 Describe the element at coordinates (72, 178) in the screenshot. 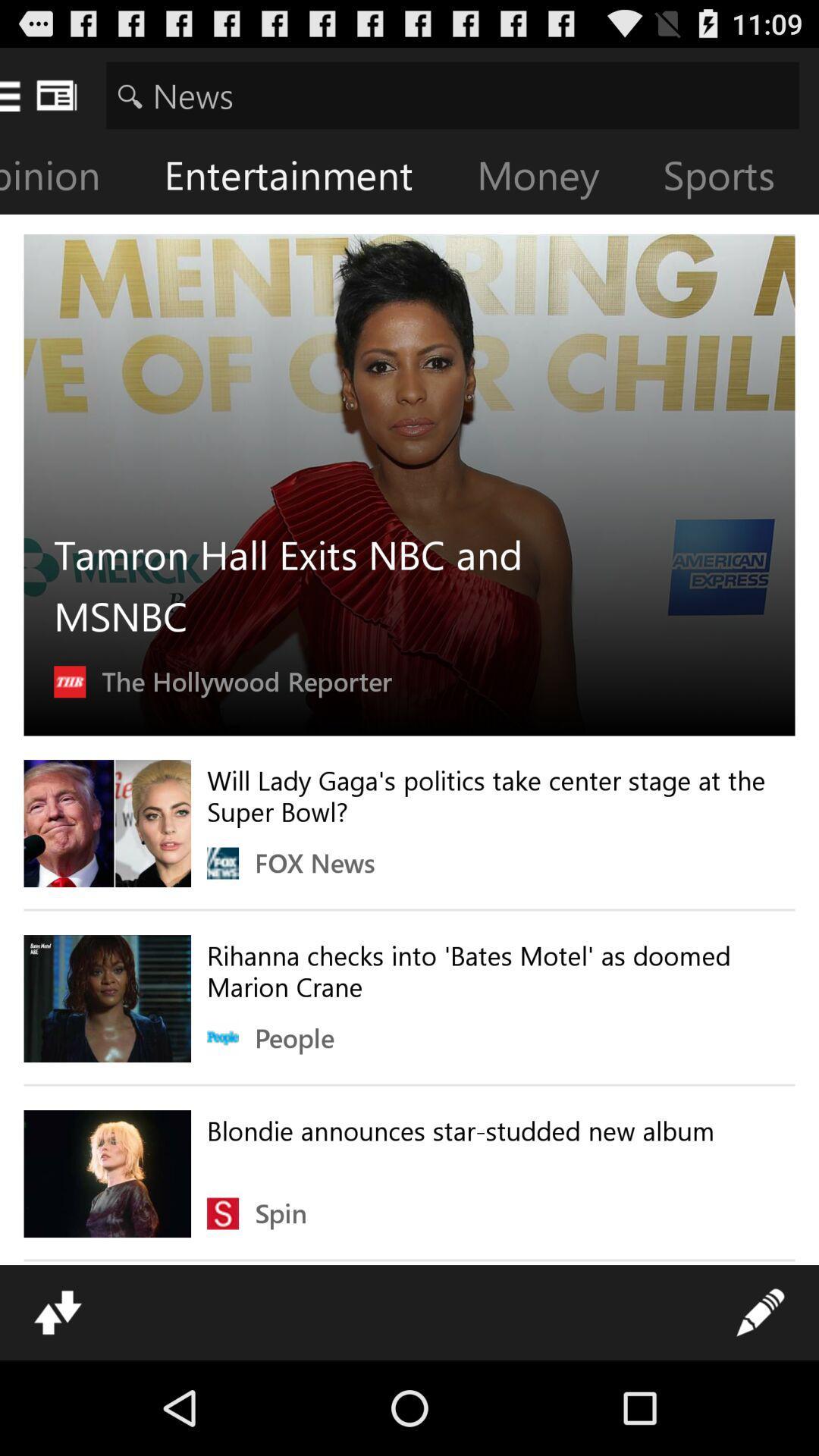

I see `opinion item` at that location.